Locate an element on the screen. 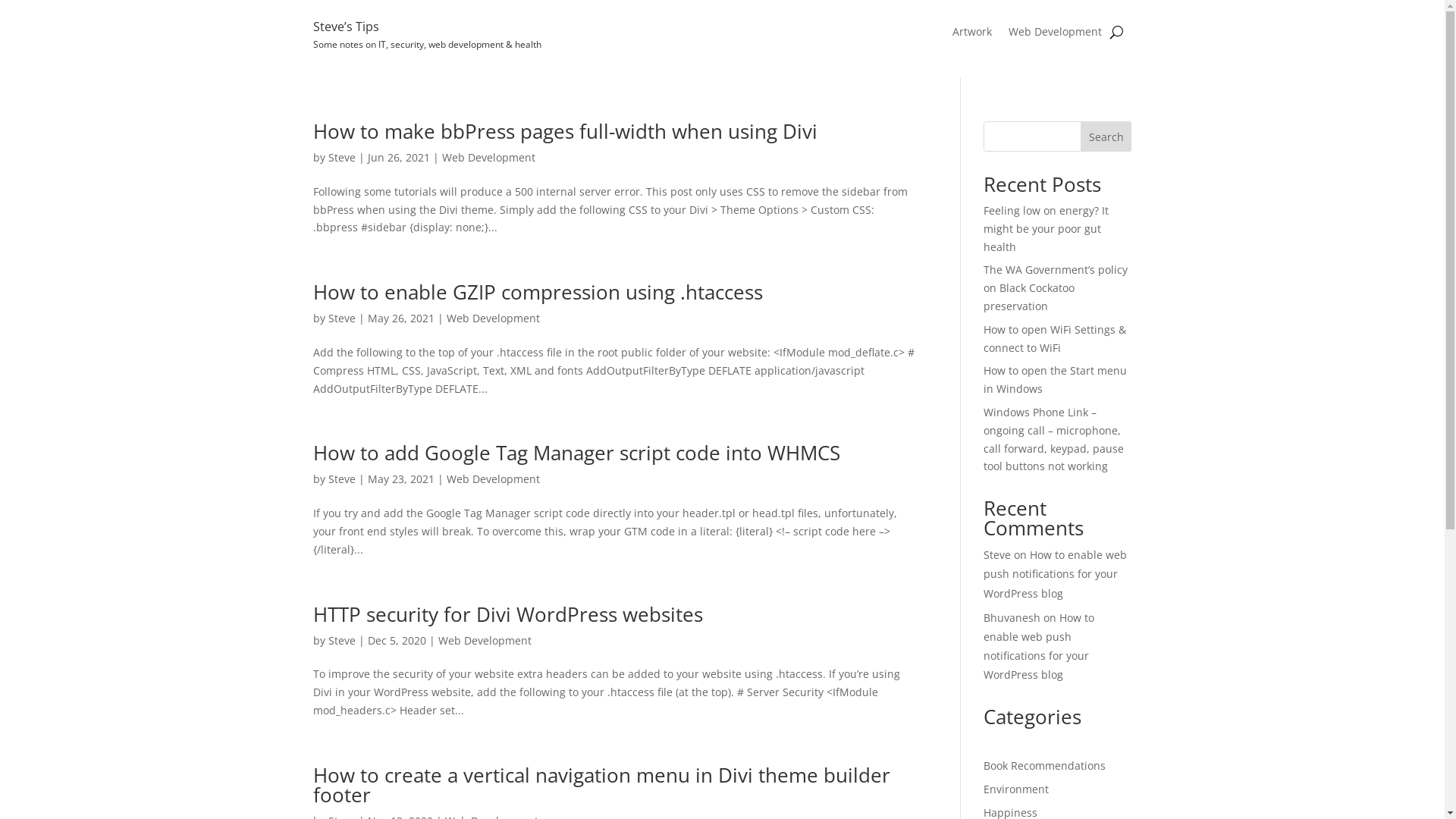  'Steve' is located at coordinates (327, 317).